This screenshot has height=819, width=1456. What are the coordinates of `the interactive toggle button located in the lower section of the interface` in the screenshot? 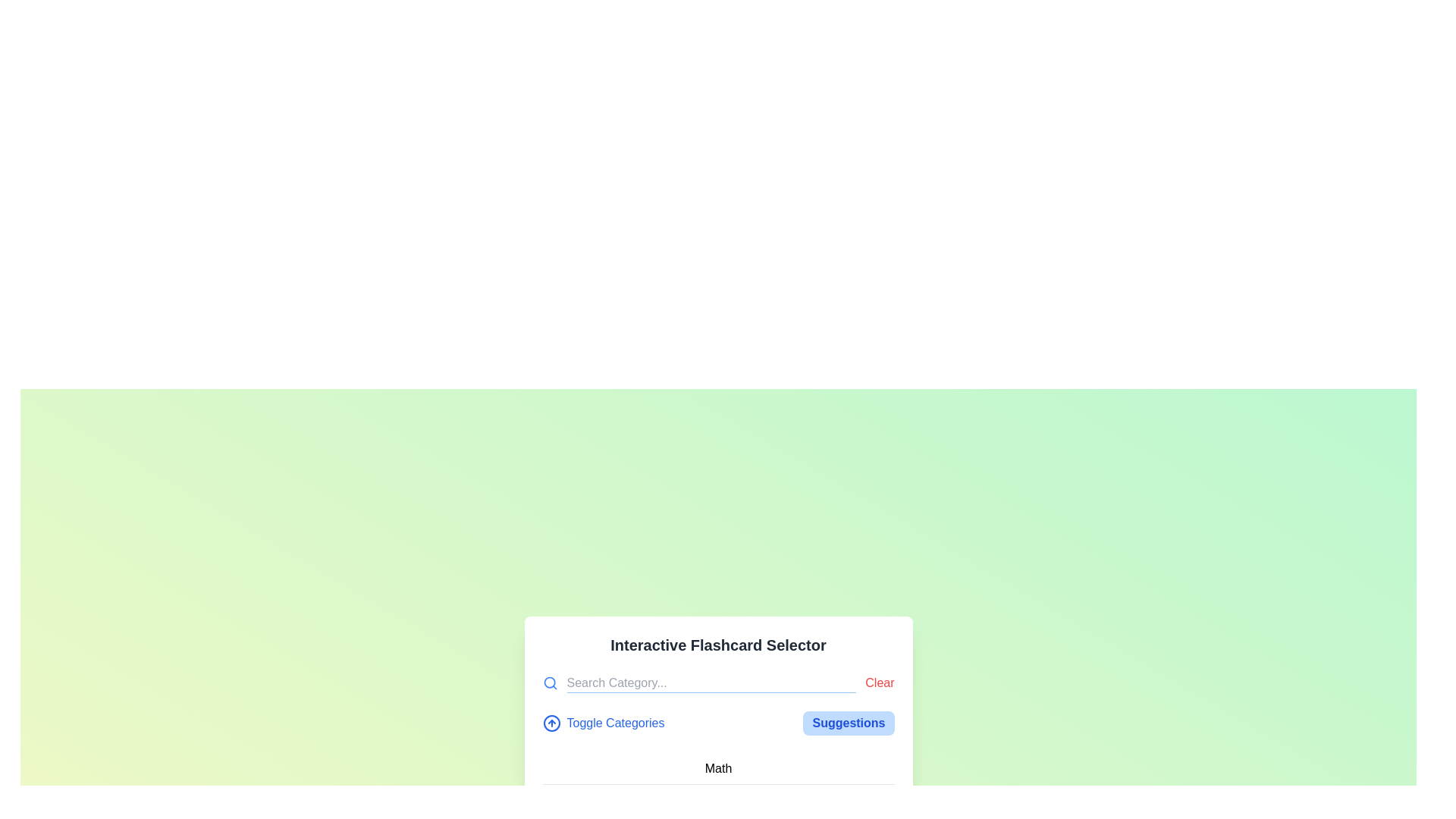 It's located at (603, 722).